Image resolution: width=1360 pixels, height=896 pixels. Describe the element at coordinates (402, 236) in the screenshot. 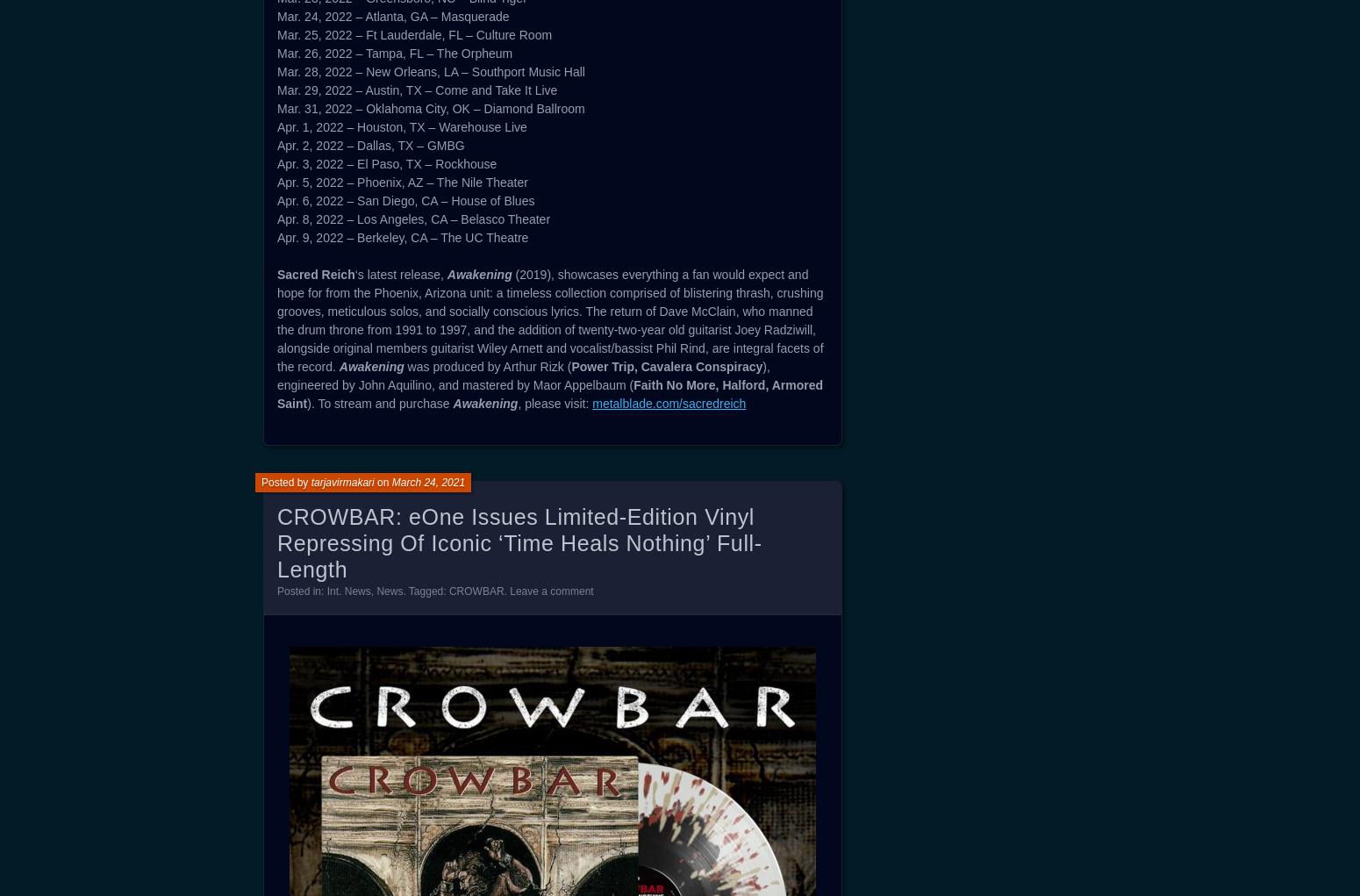

I see `'Apr. 9, 2022 – Berkeley, CA – The UC Theatre'` at that location.